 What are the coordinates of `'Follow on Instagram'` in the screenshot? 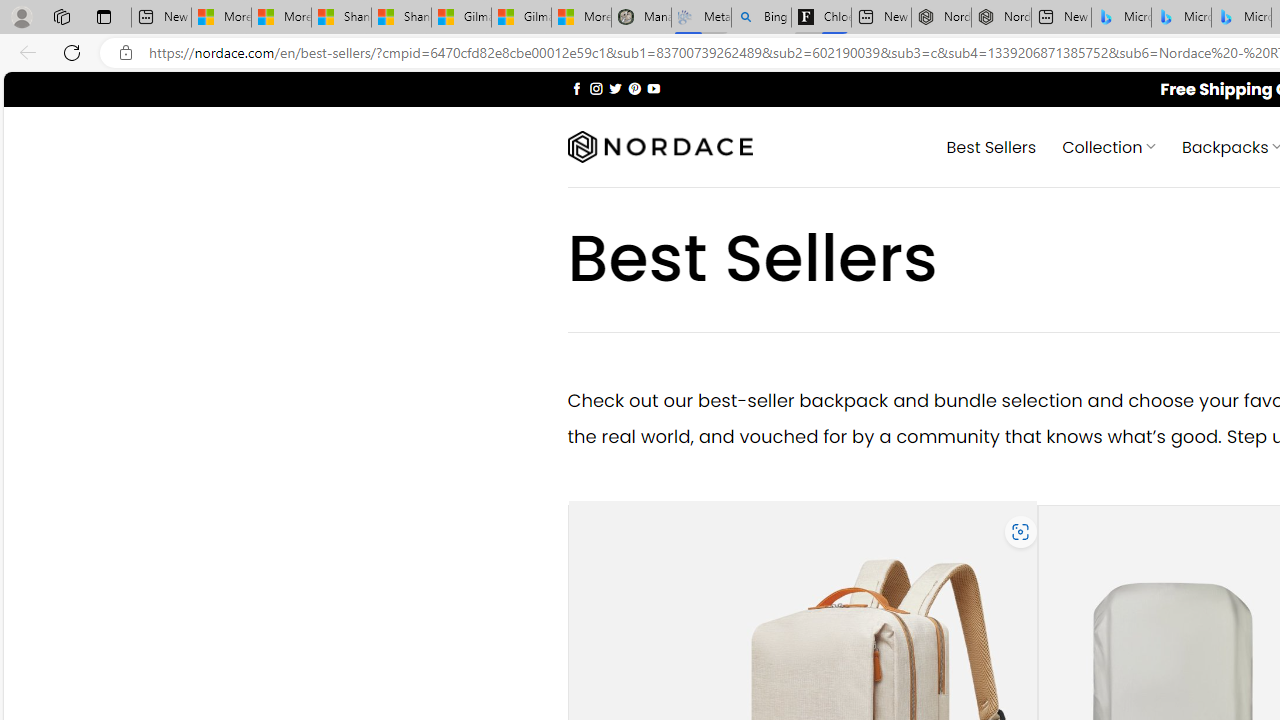 It's located at (595, 87).